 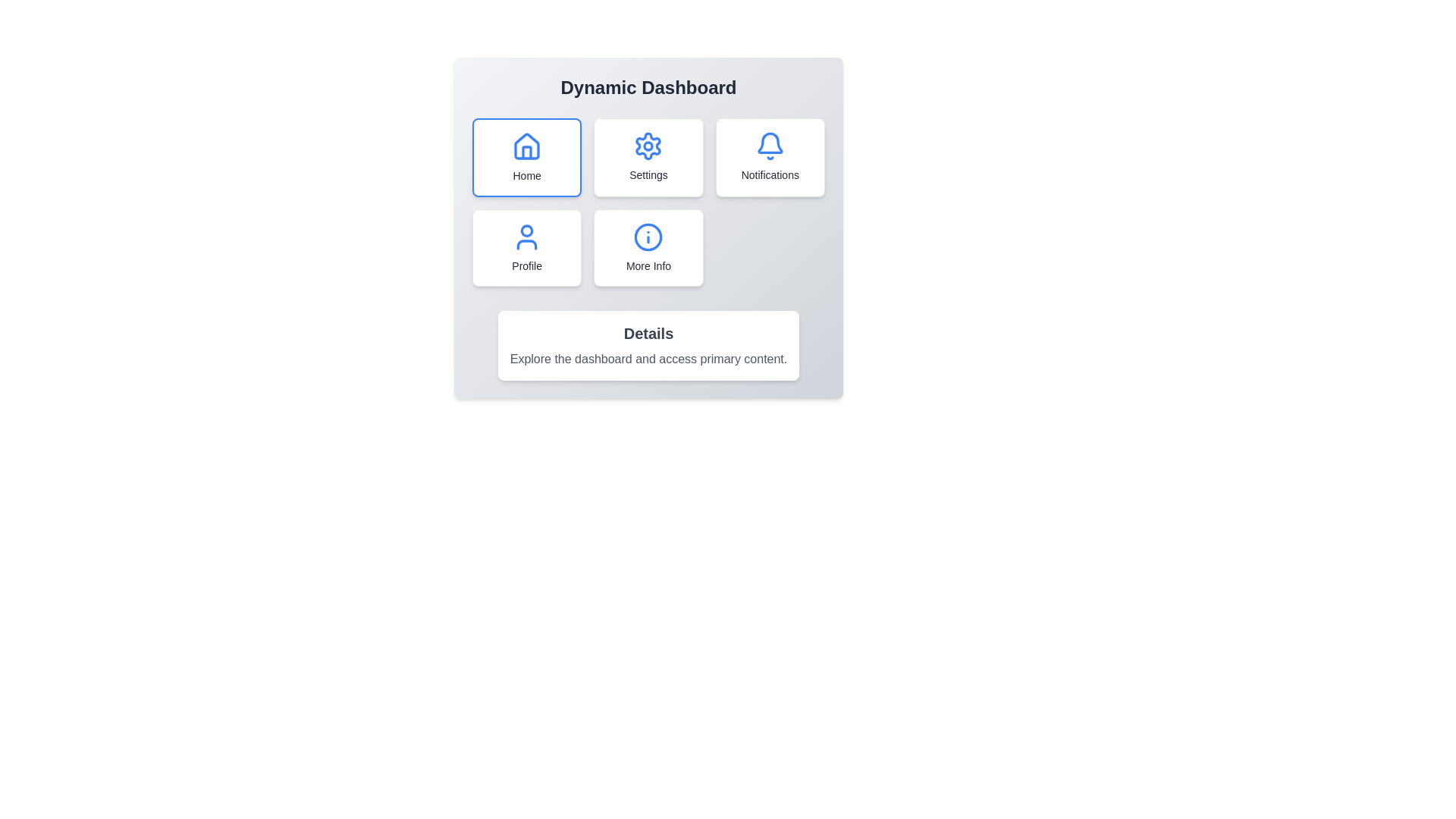 I want to click on the 'Notifications' button with a notification bell icon, located in the top row of the grid structure, to trigger a visual effect, so click(x=770, y=158).